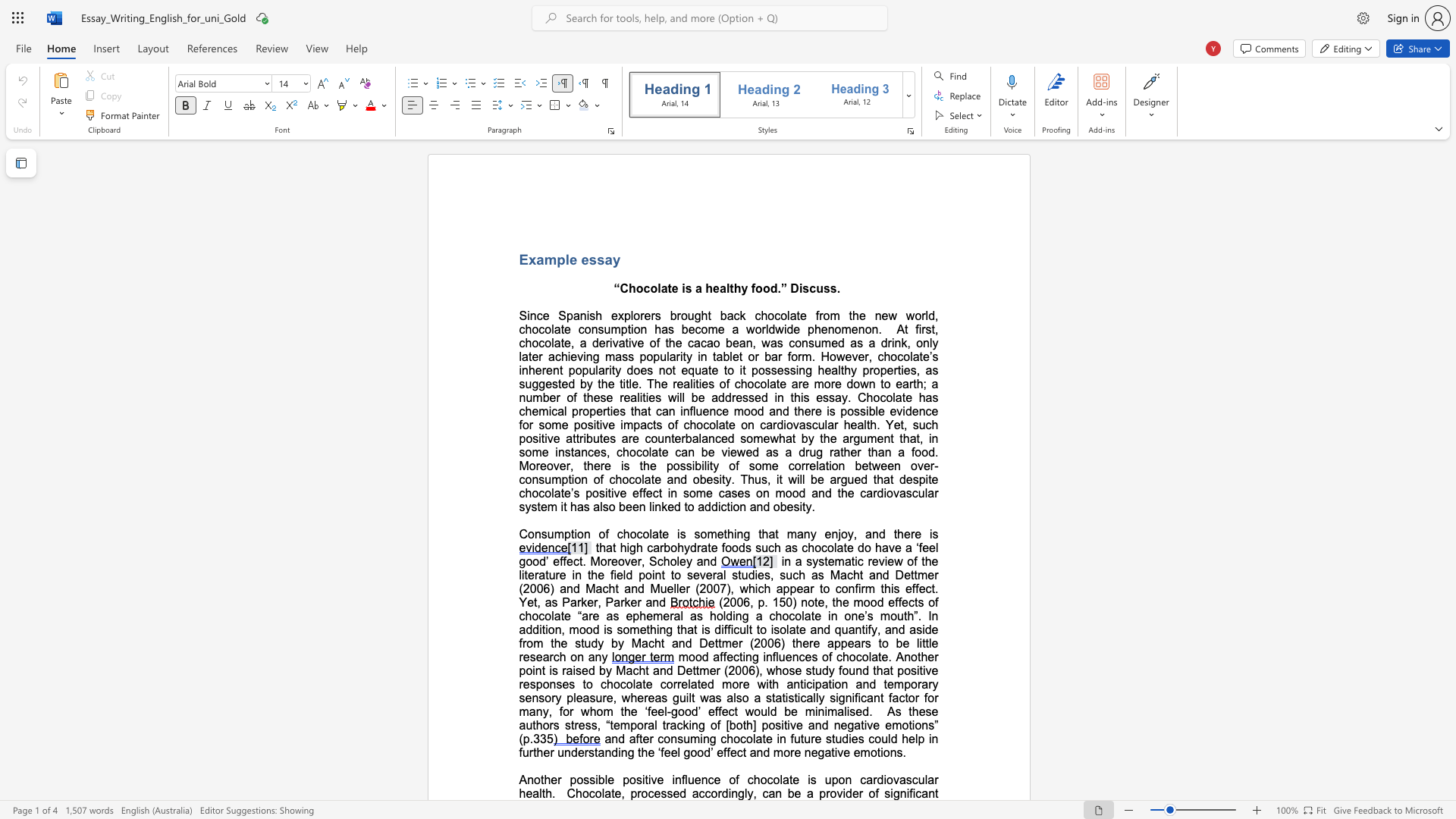 This screenshot has width=1456, height=819. I want to click on the subset text "his effect. Yet, as Parker, Parker and" within the text "this effect. Yet, as Parker, Parker and", so click(884, 588).